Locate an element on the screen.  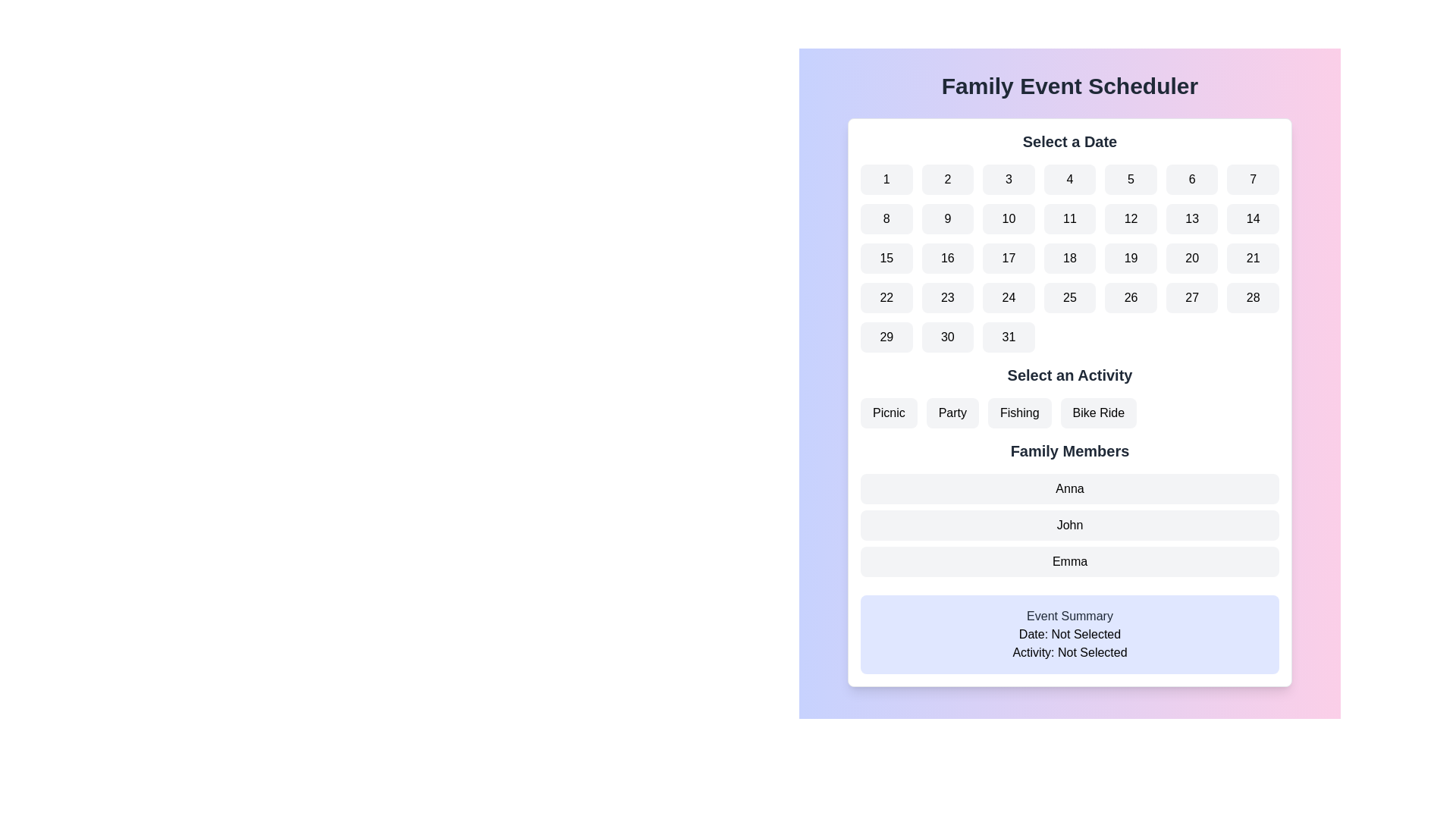
the button labeled '6' in the date picker is located at coordinates (1191, 178).